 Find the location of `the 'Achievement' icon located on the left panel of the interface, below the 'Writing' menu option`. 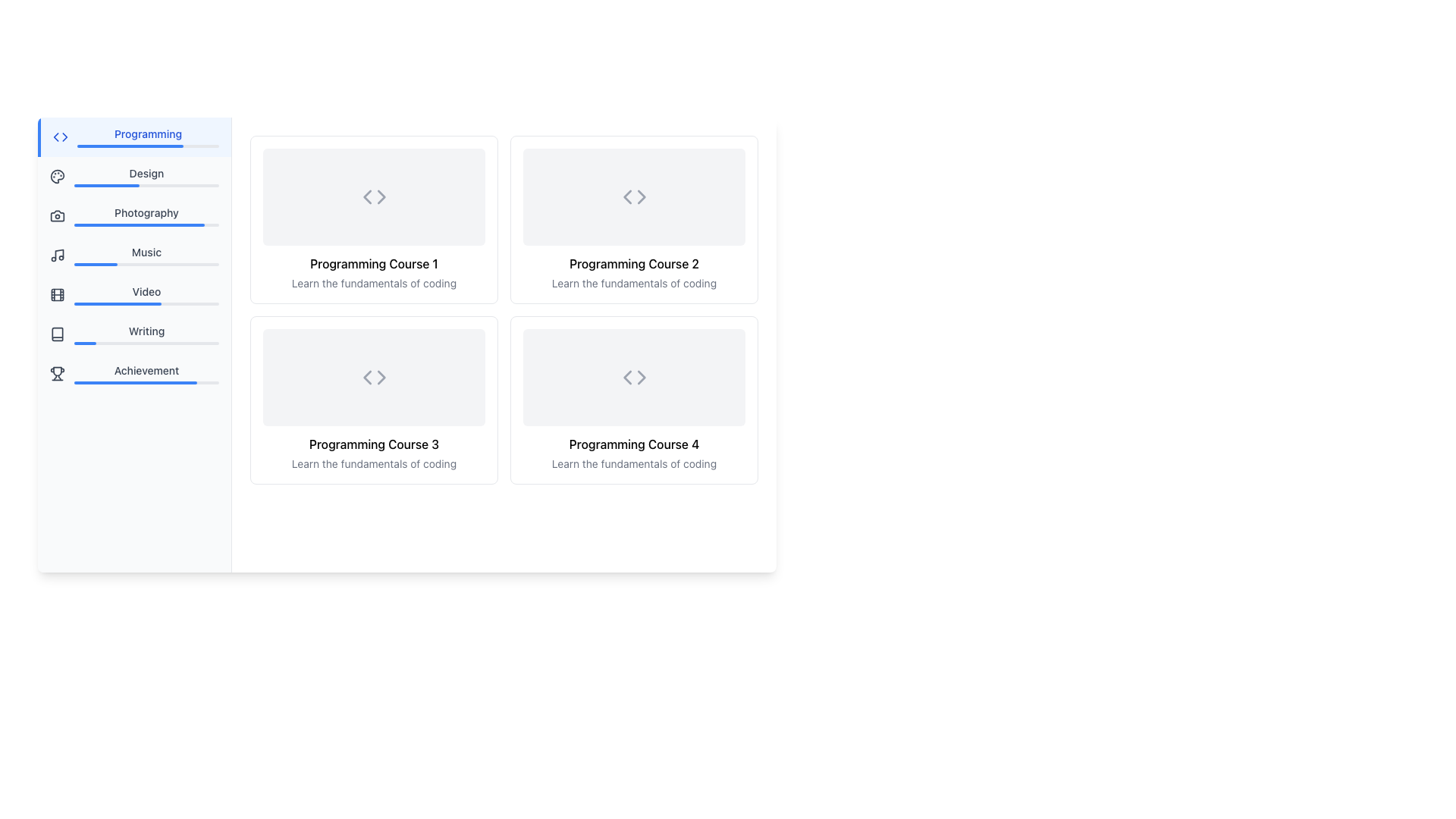

the 'Achievement' icon located on the left panel of the interface, below the 'Writing' menu option is located at coordinates (58, 374).